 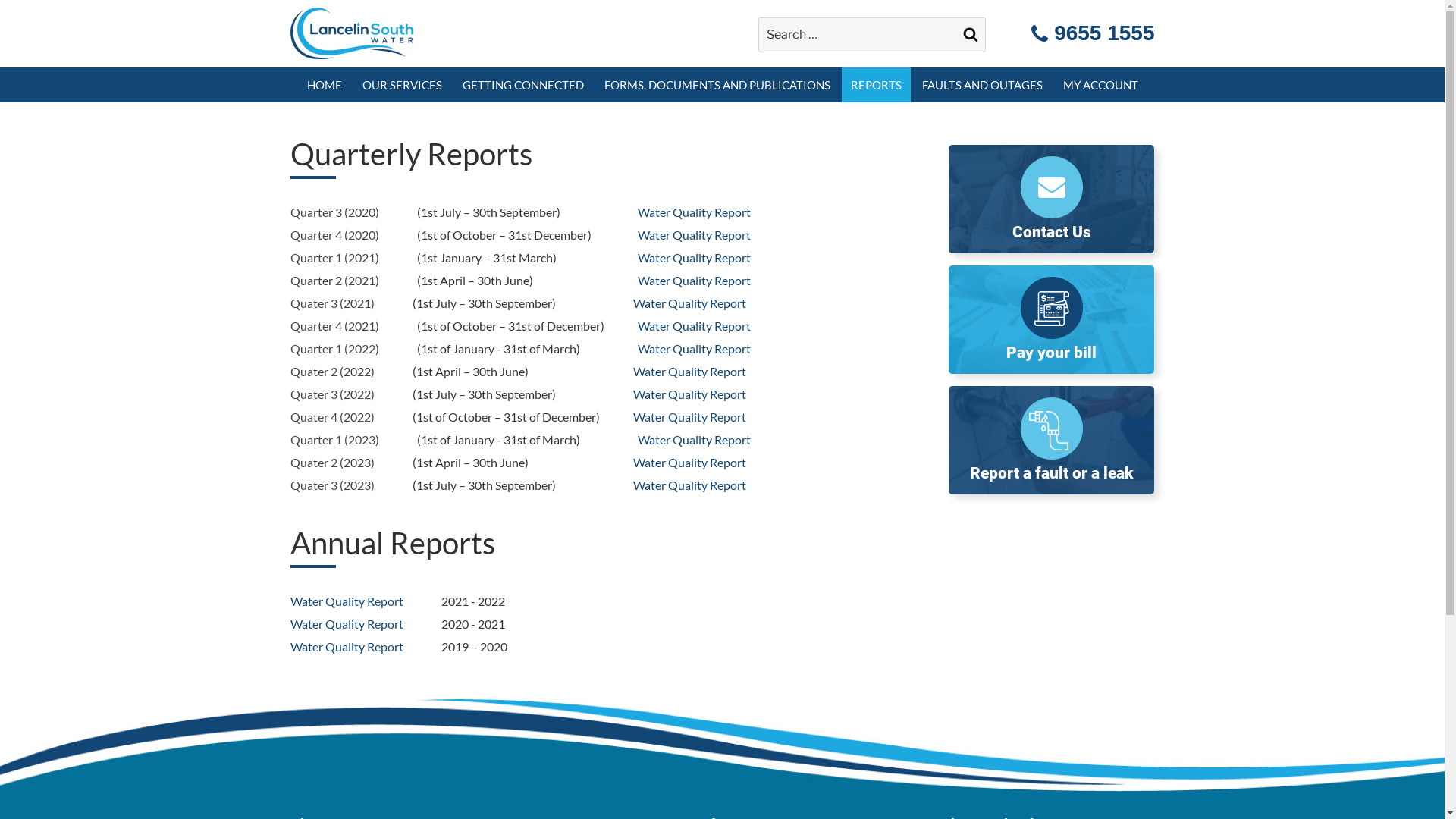 I want to click on 'Skip to content', so click(x=0, y=0).